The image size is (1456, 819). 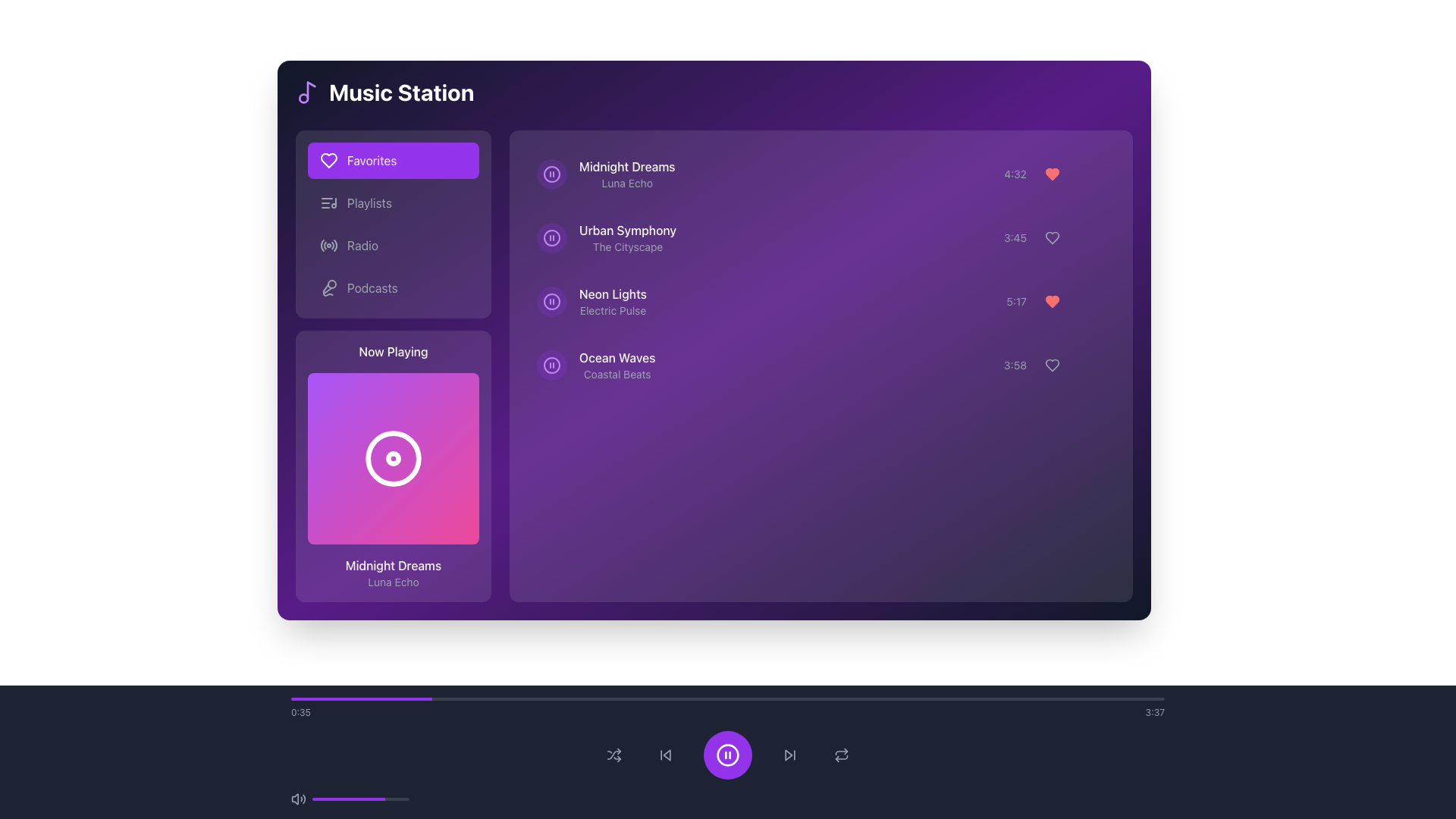 I want to click on the circular pause icon button with a purple outline located beneath the 'Now Playing' section, so click(x=551, y=366).